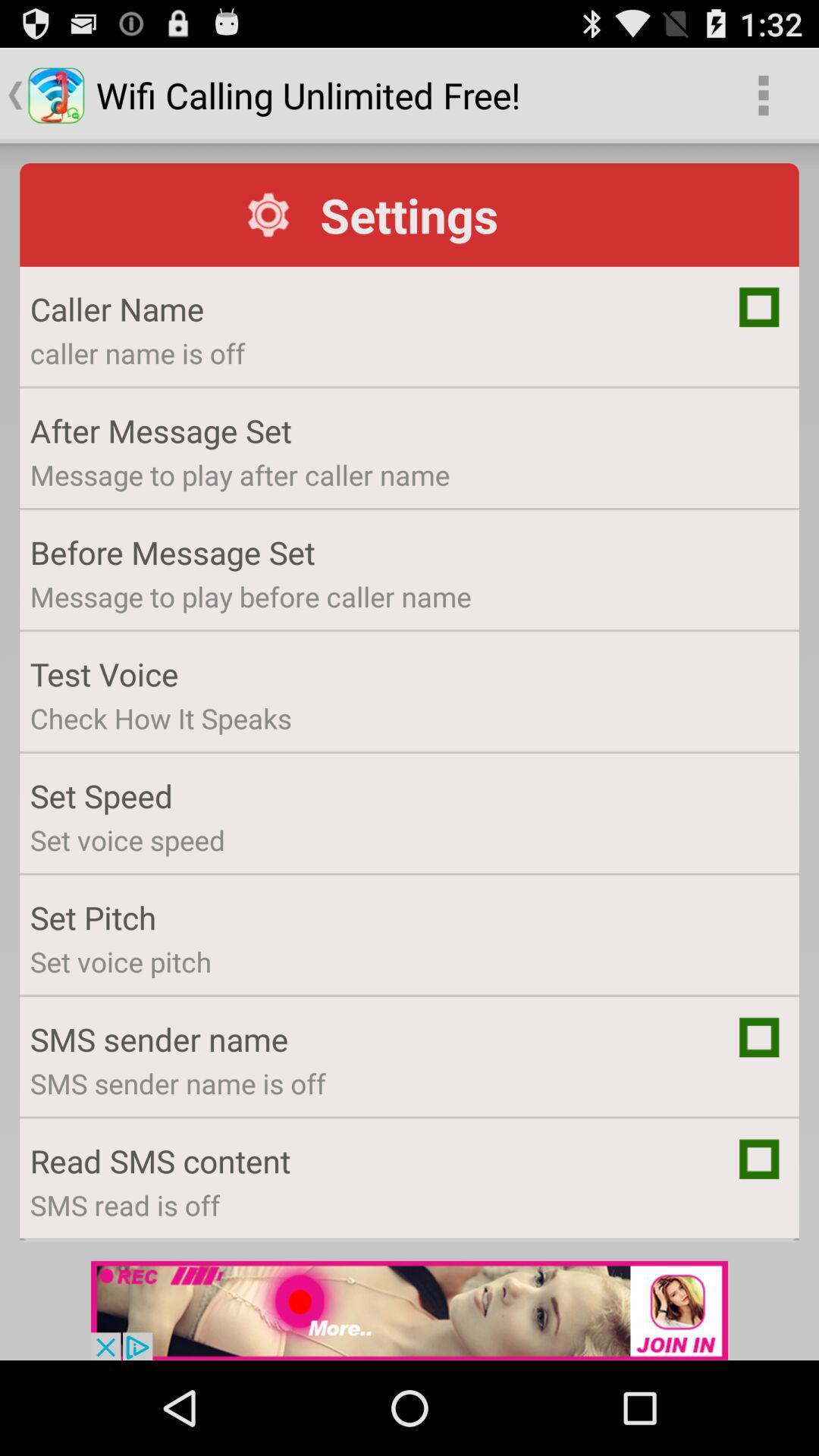  Describe the element at coordinates (759, 1037) in the screenshot. I see `turn setting on` at that location.